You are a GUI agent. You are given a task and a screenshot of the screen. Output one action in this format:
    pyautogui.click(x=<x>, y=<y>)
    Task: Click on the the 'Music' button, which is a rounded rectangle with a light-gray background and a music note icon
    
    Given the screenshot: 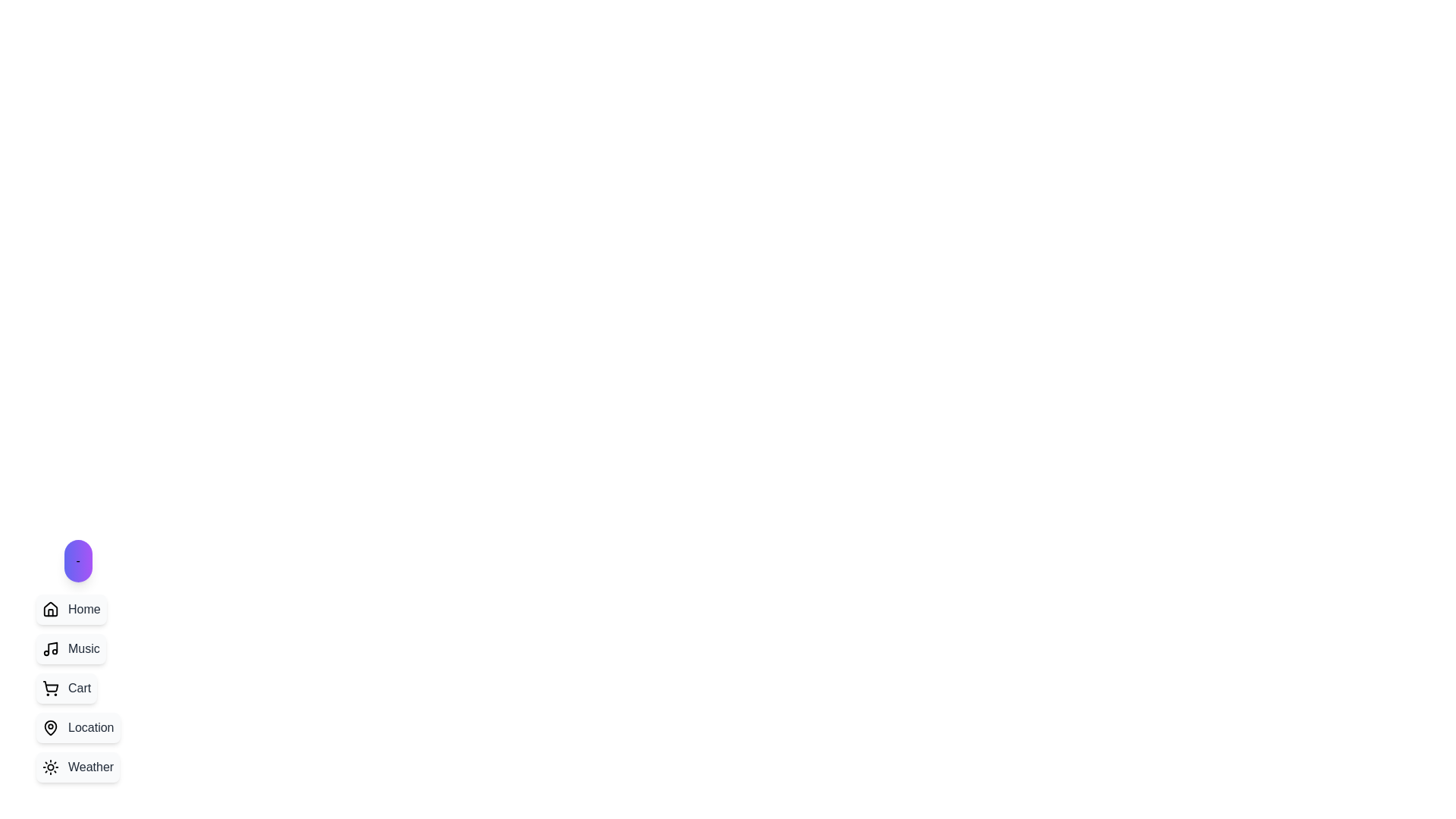 What is the action you would take?
    pyautogui.click(x=70, y=648)
    